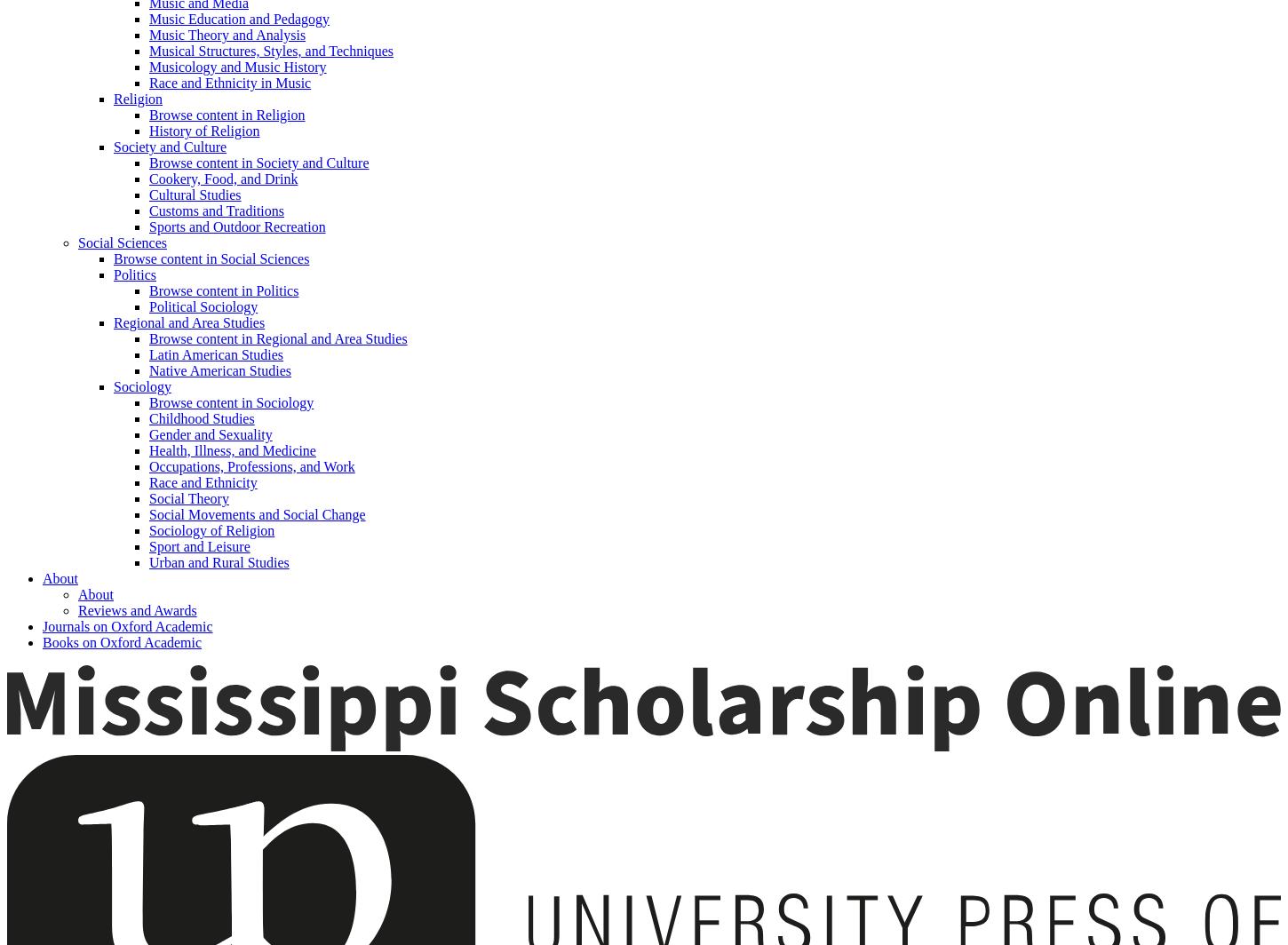 Image resolution: width=1288 pixels, height=945 pixels. What do you see at coordinates (133, 274) in the screenshot?
I see `'Politics'` at bounding box center [133, 274].